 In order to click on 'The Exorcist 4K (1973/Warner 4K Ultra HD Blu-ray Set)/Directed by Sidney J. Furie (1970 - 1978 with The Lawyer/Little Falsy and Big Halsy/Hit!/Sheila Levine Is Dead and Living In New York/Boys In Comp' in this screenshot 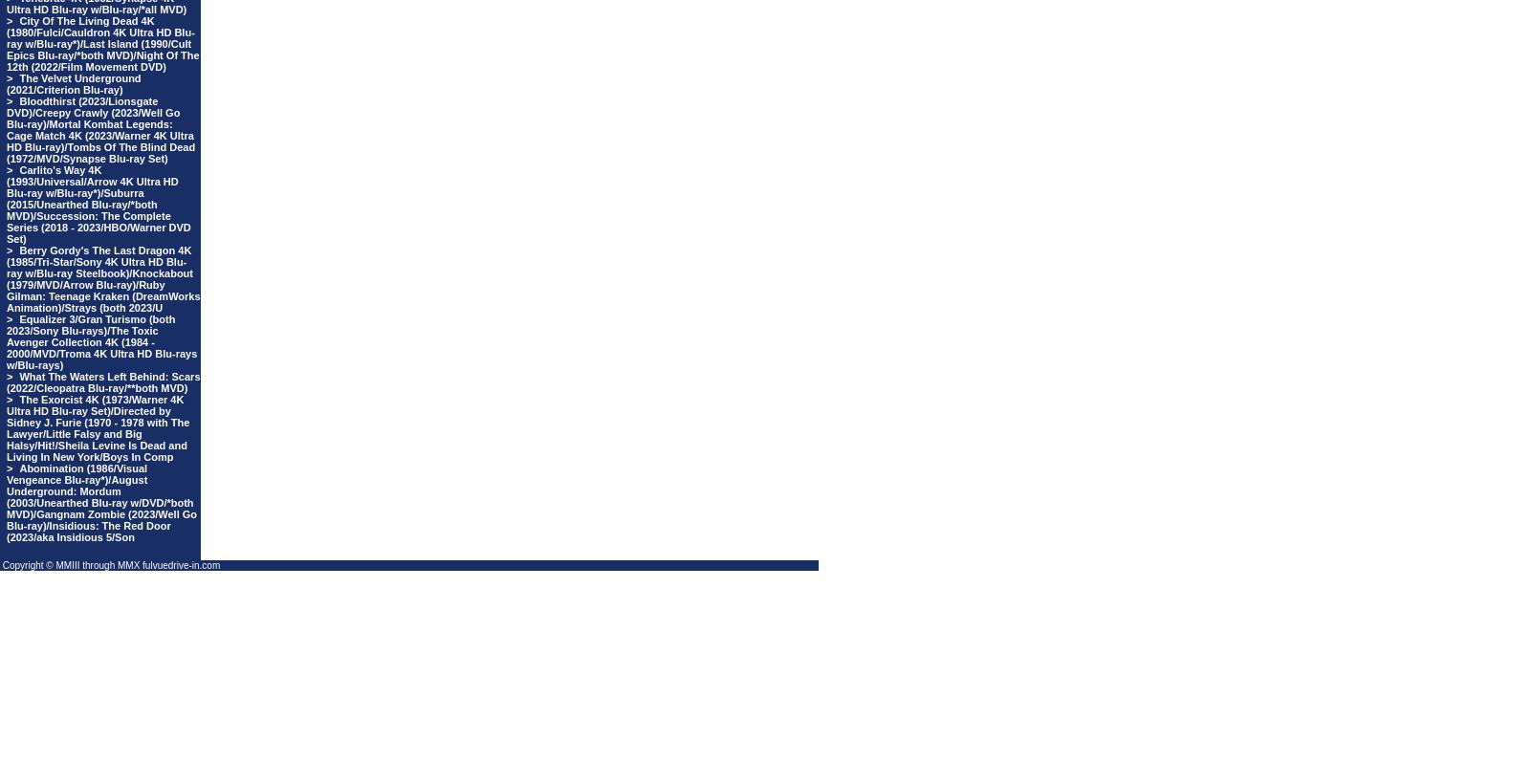, I will do `click(98, 426)`.